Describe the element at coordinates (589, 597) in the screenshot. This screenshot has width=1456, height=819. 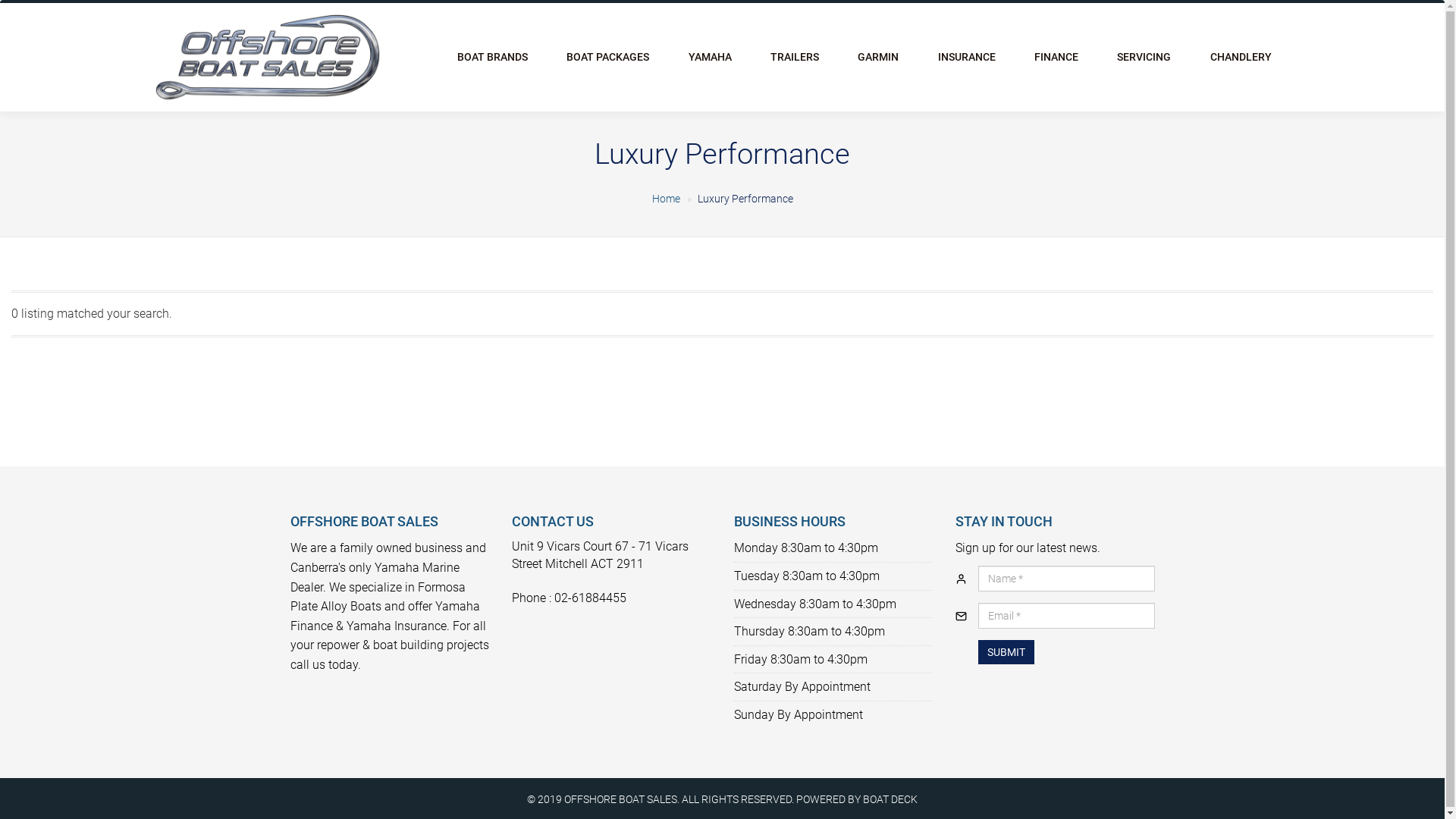
I see `'02-61884455'` at that location.